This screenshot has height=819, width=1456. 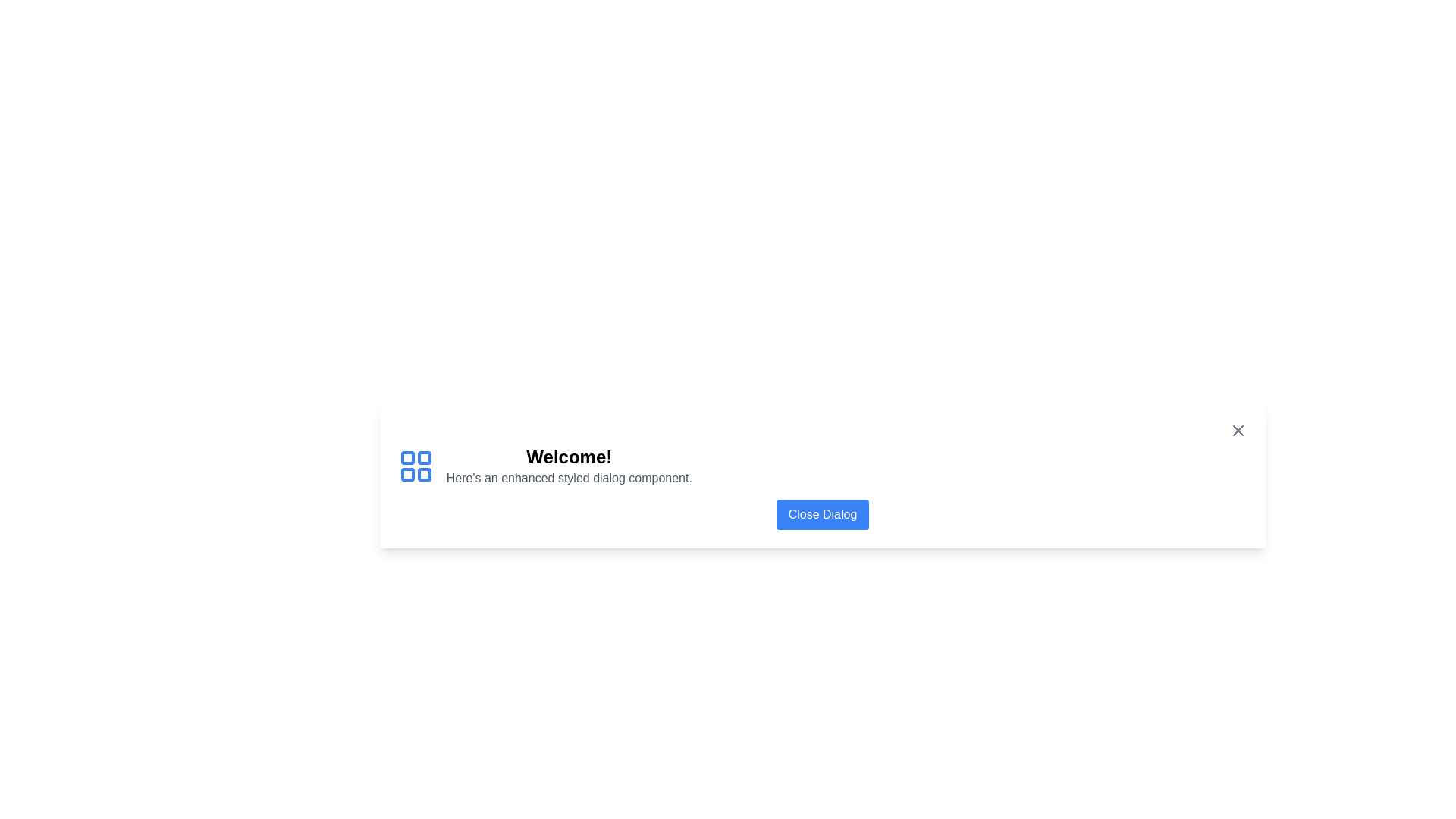 What do you see at coordinates (1238, 430) in the screenshot?
I see `the close icon button located at the top right corner of the dialog` at bounding box center [1238, 430].